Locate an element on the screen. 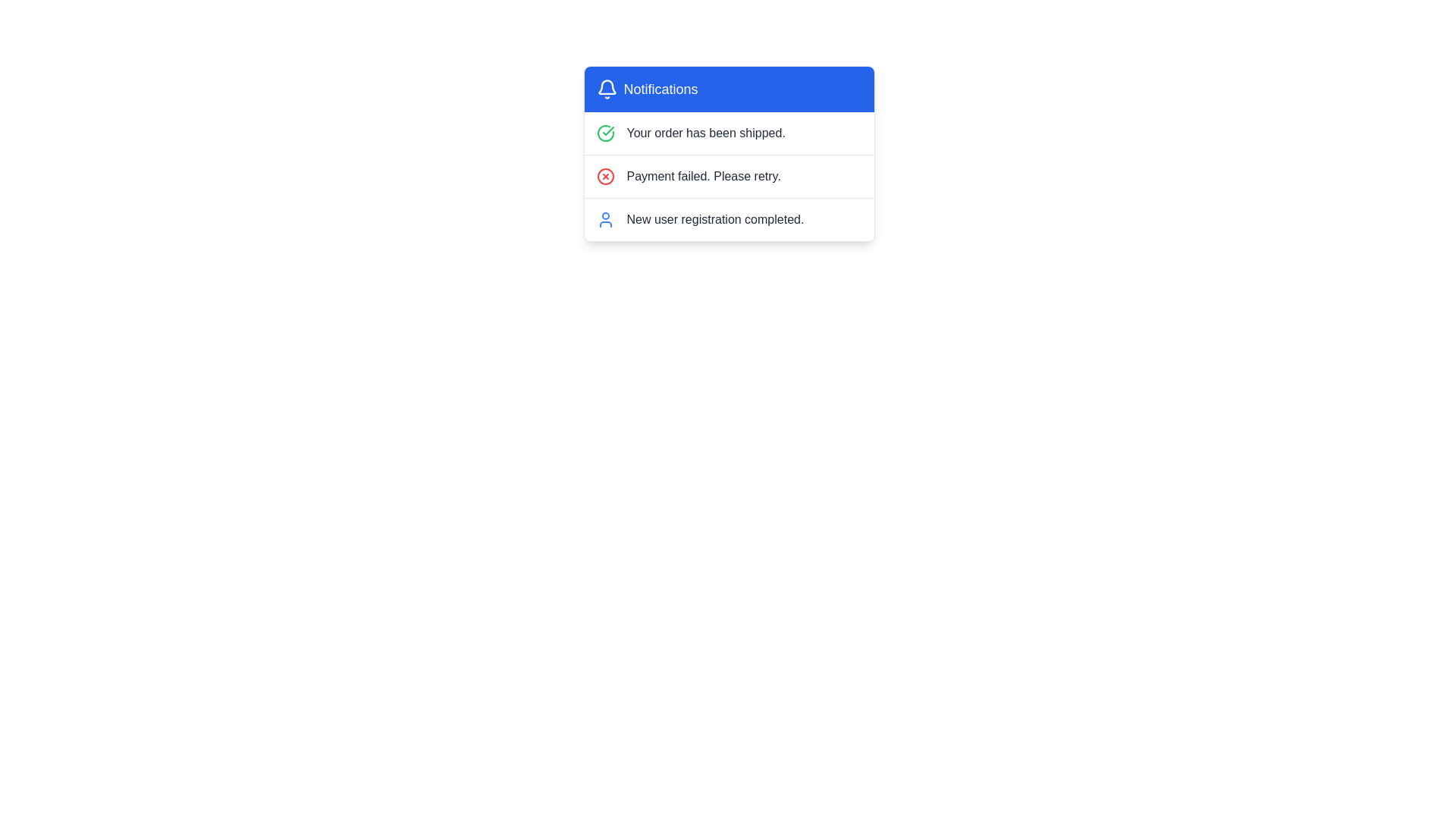  the error indication vector graphic icon located near the left side of the message 'Payment failed. Please retry.' within the notification panel is located at coordinates (604, 175).